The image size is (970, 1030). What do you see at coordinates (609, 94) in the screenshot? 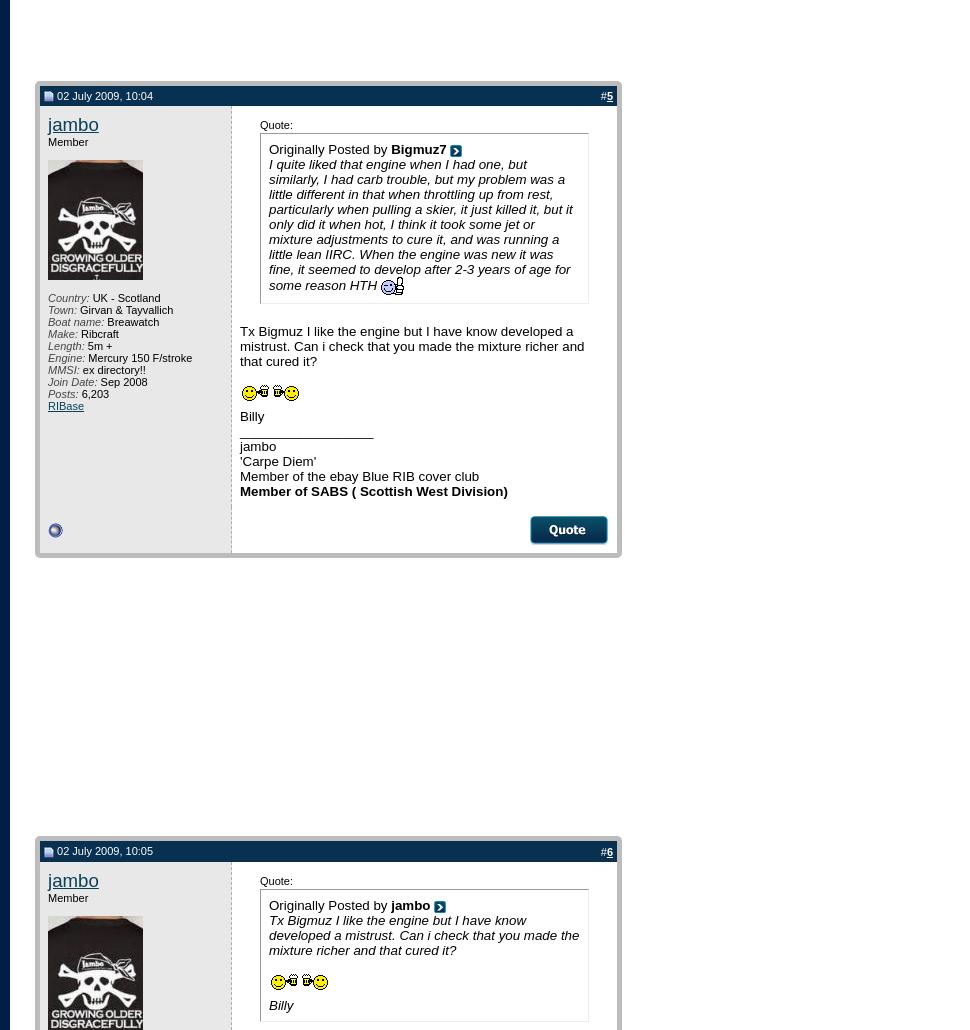
I see `'5'` at bounding box center [609, 94].